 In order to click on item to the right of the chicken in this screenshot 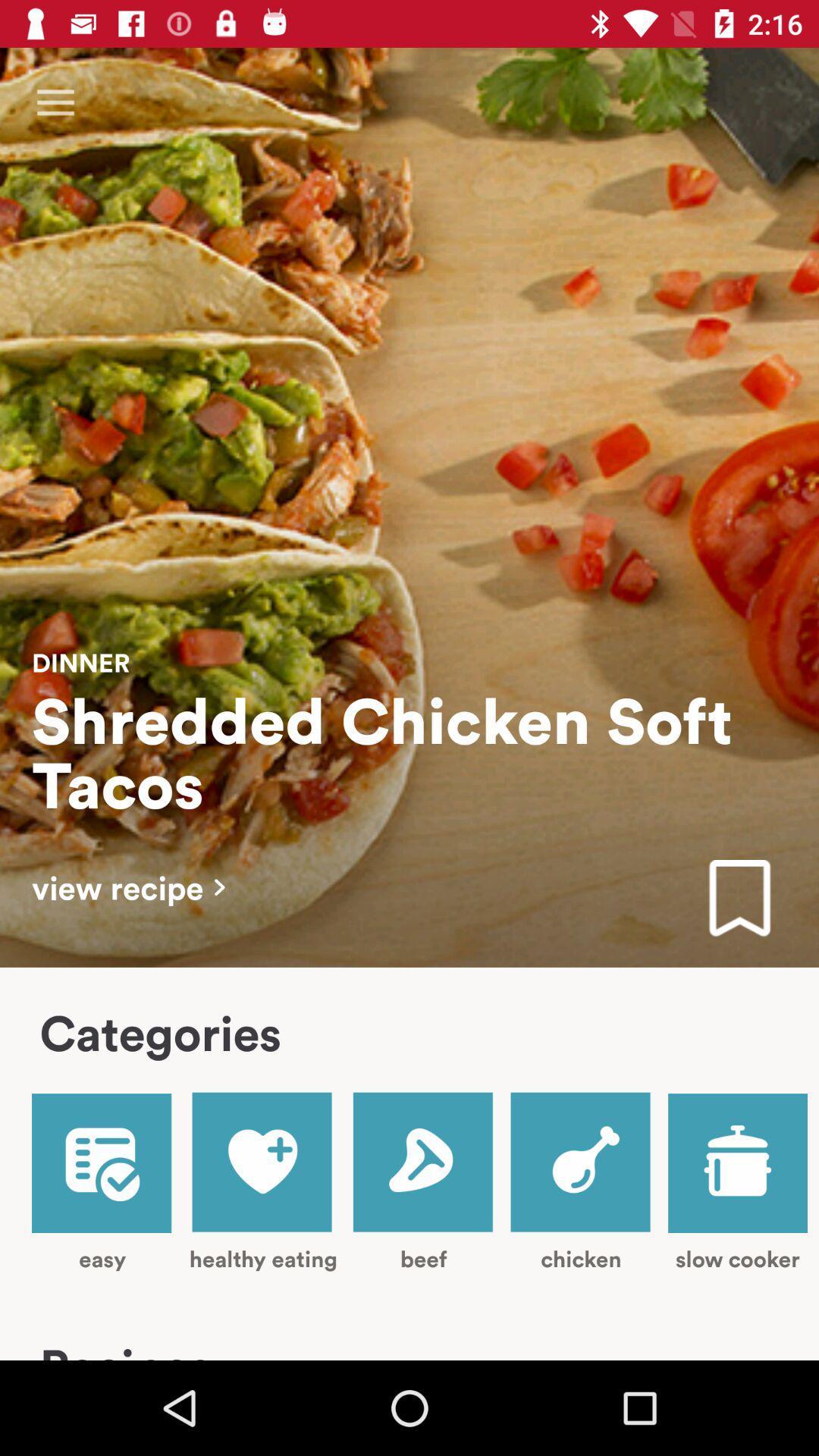, I will do `click(737, 1182)`.